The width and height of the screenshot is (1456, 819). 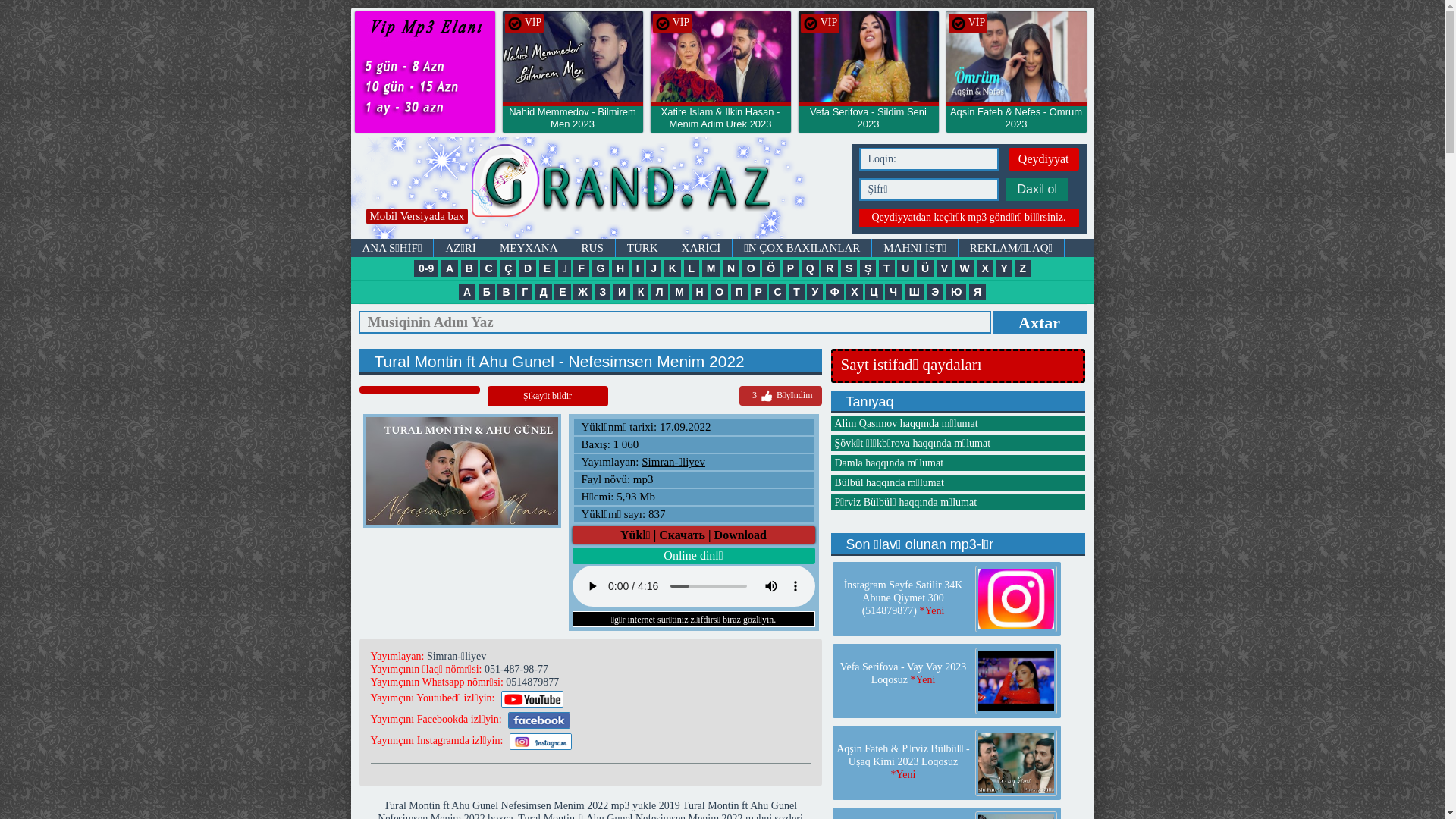 I want to click on 'P', so click(x=783, y=268).